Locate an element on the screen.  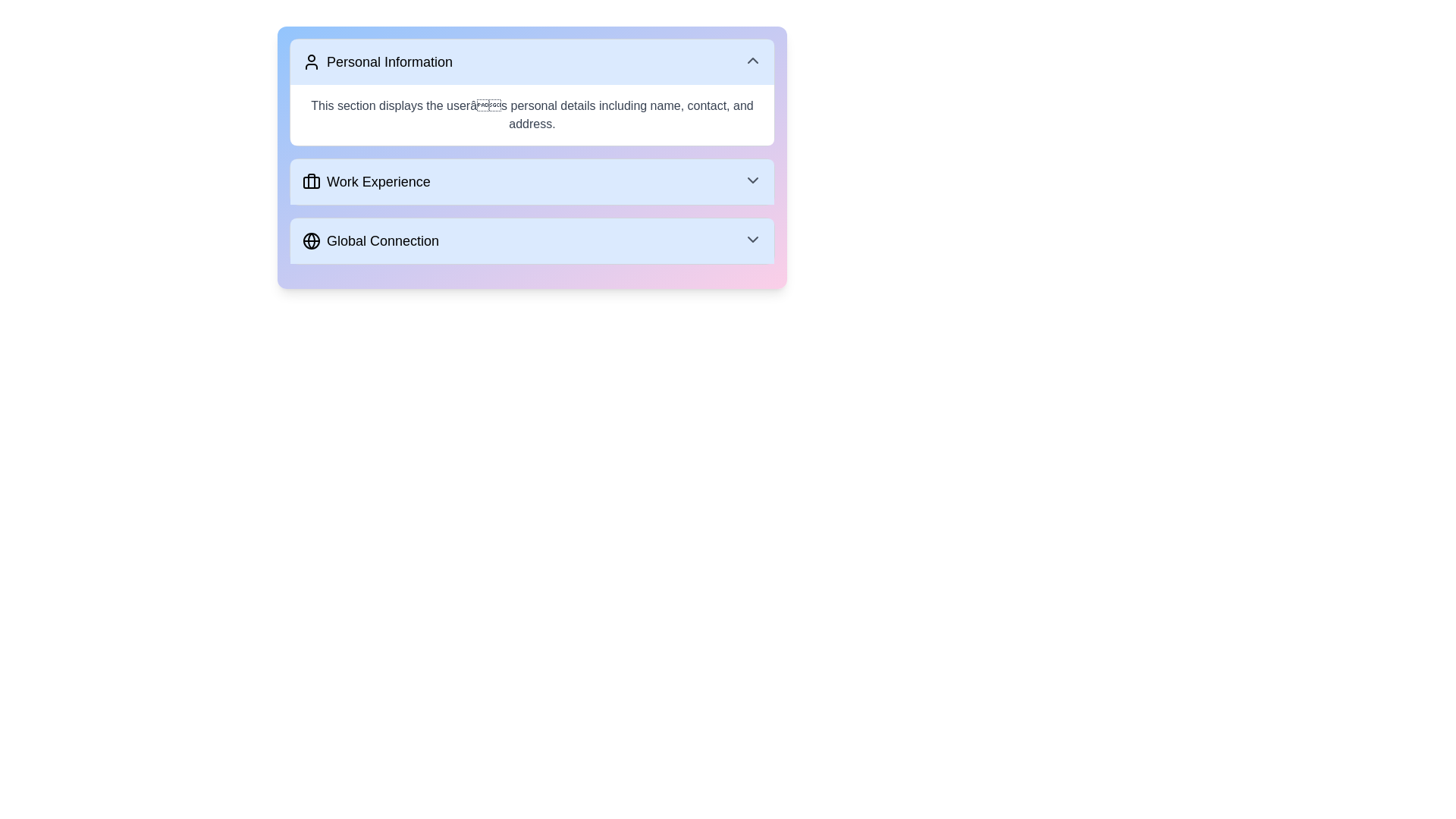
the Dropdown toggle icon located at the far right of the 'Work Experience' section header is located at coordinates (753, 180).